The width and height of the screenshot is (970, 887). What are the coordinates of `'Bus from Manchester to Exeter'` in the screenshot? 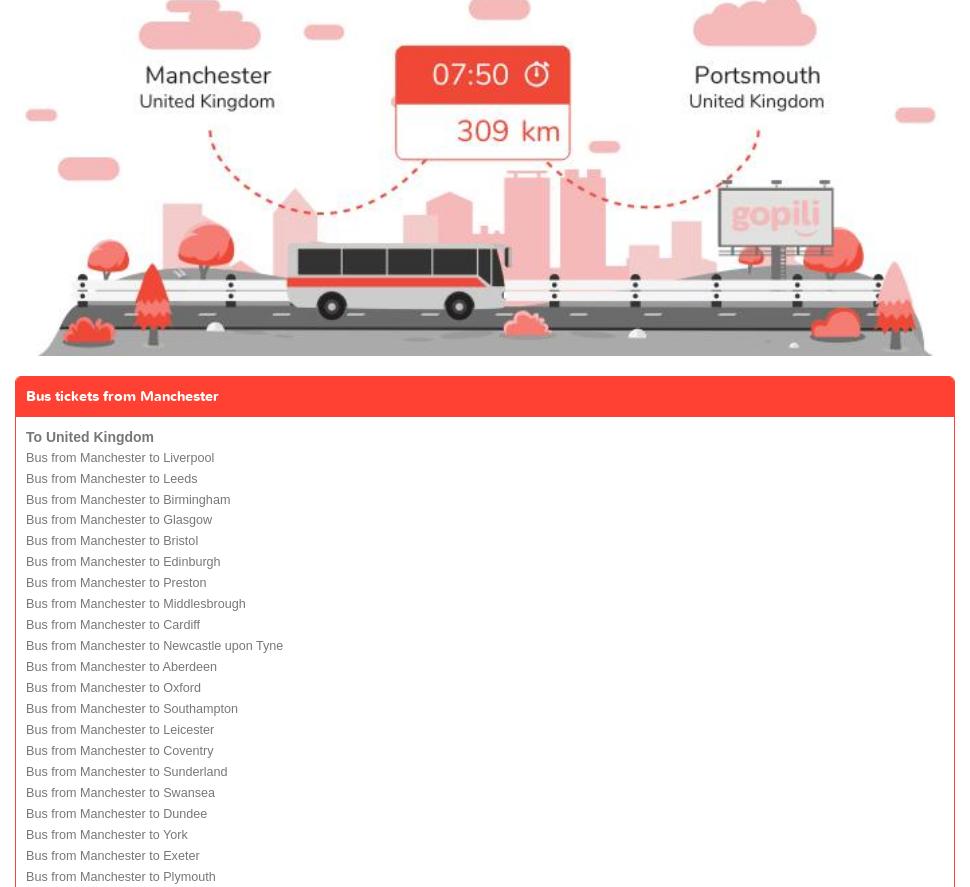 It's located at (112, 855).